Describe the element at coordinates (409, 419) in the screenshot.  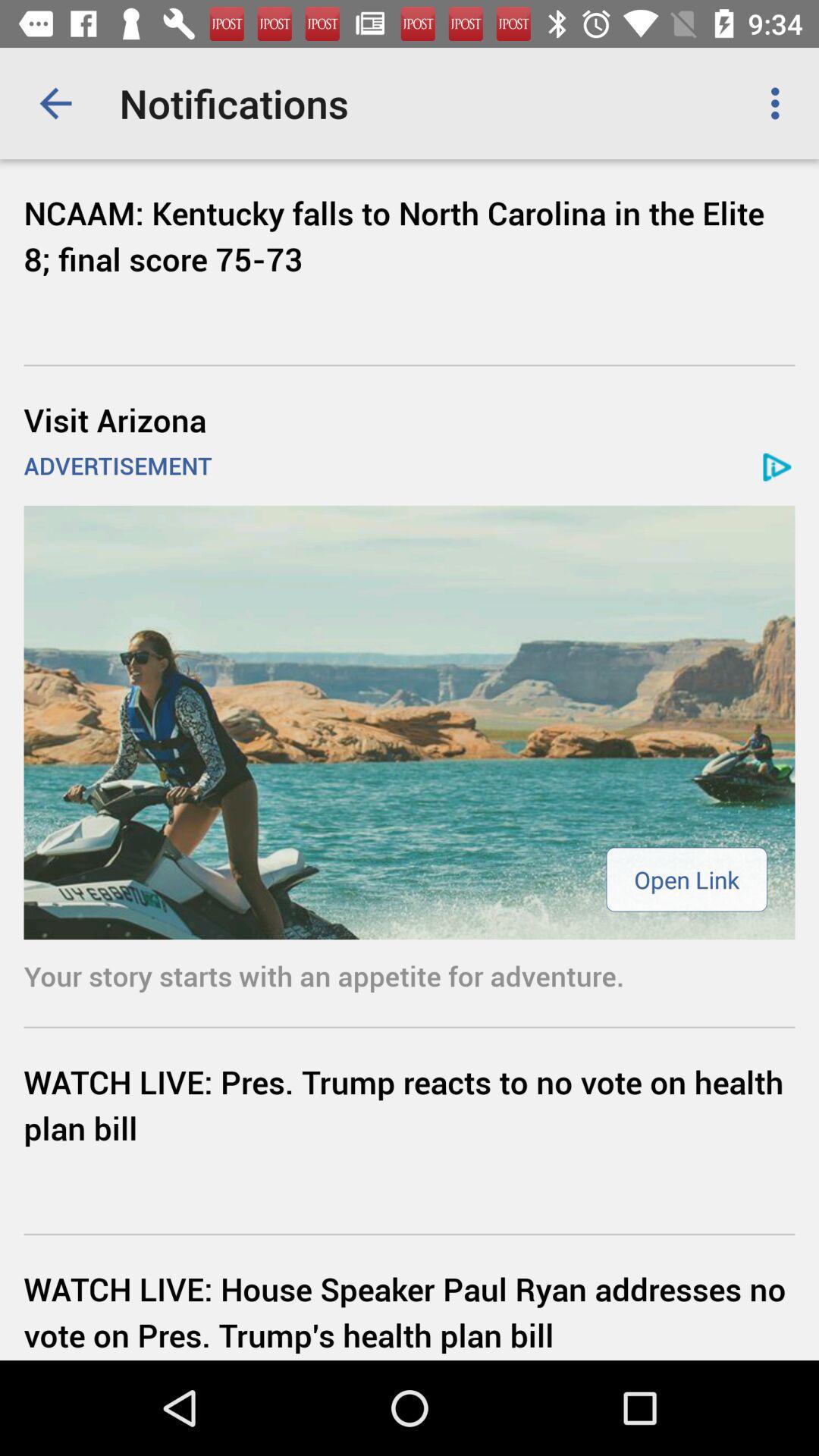
I see `icon above the advertisement icon` at that location.